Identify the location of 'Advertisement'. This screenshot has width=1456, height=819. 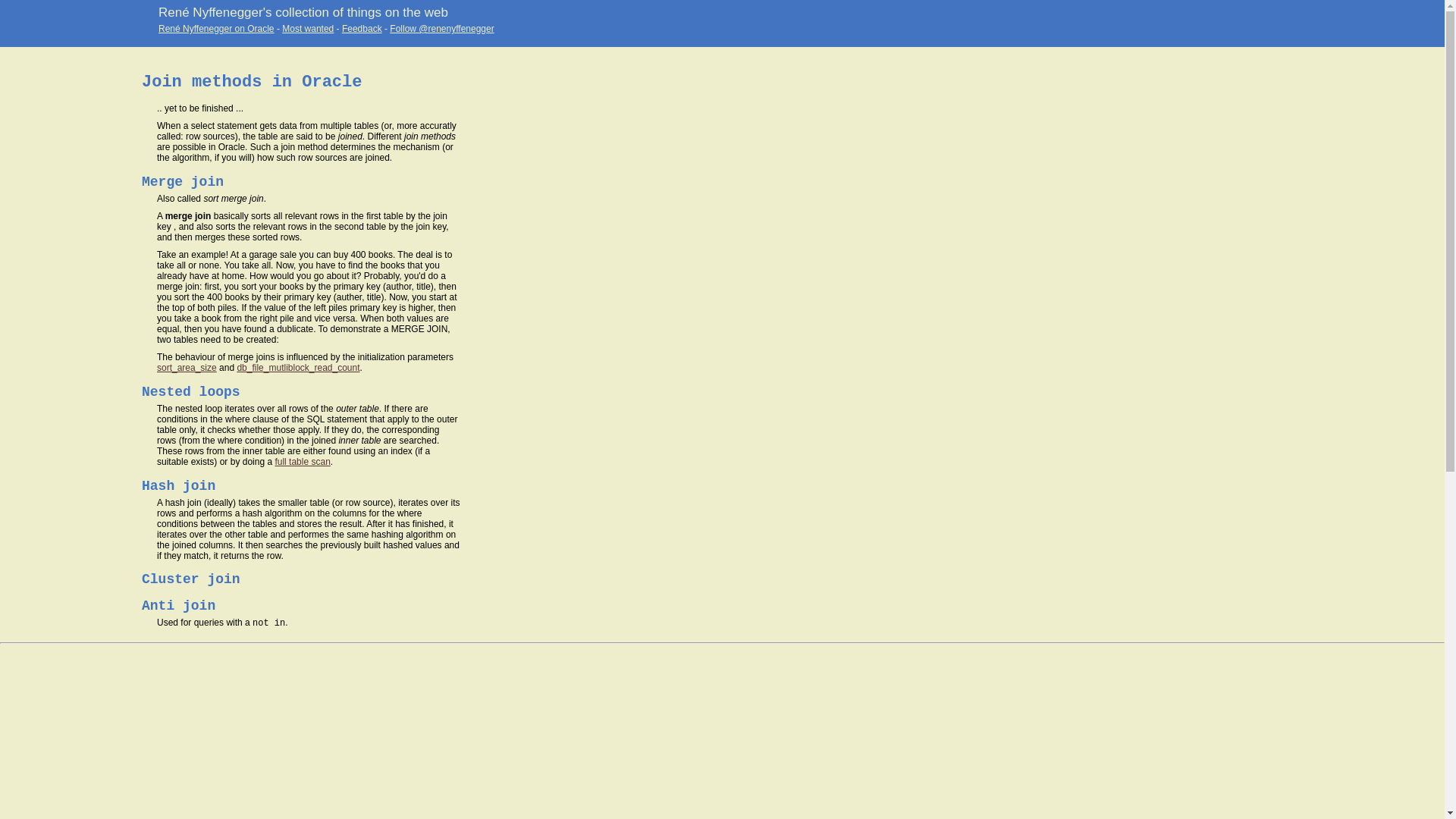
(0, 329).